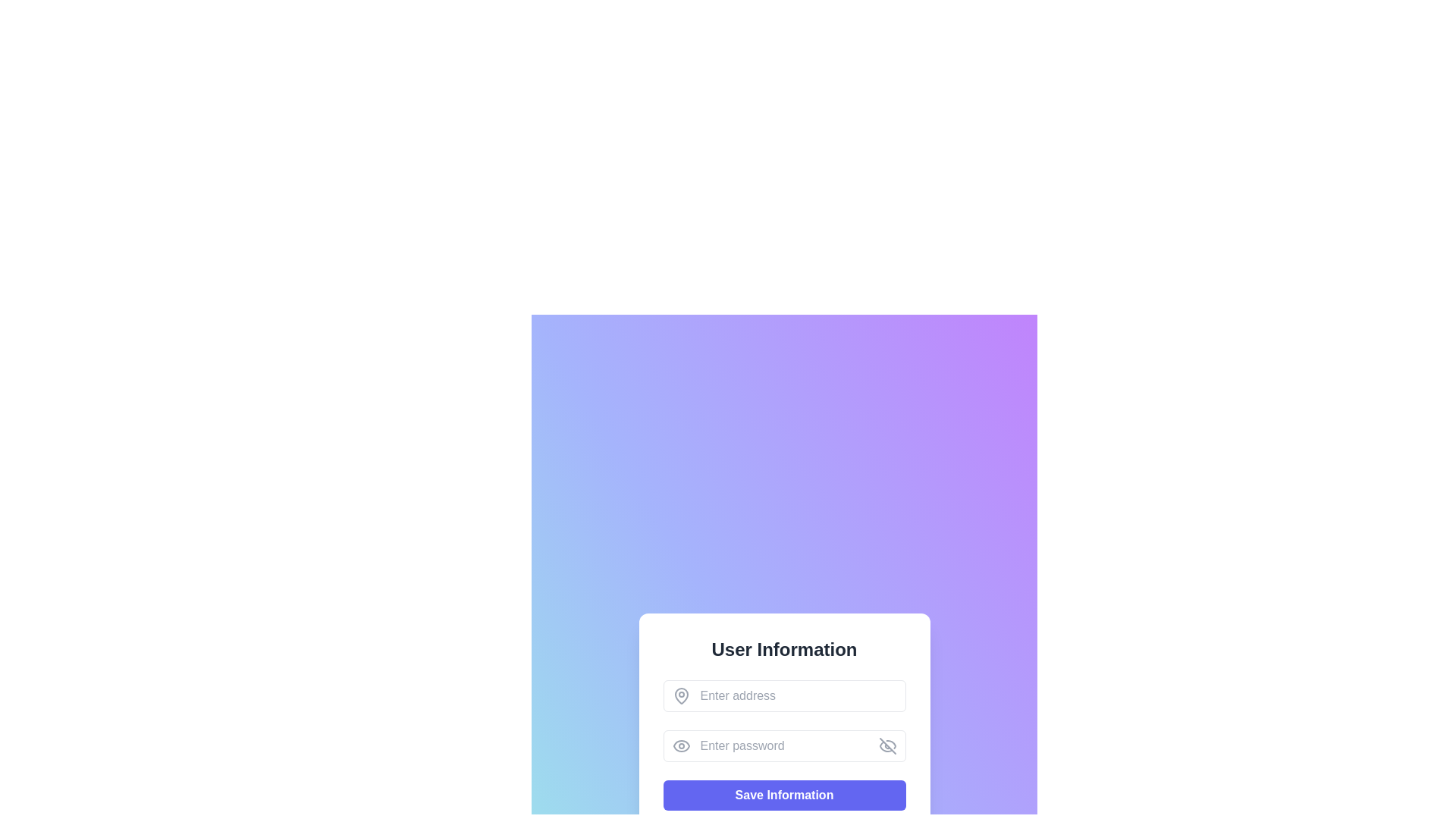  Describe the element at coordinates (887, 745) in the screenshot. I see `the password visibility toggle icon located to the right of the password input field to trigger the tooltip display` at that location.